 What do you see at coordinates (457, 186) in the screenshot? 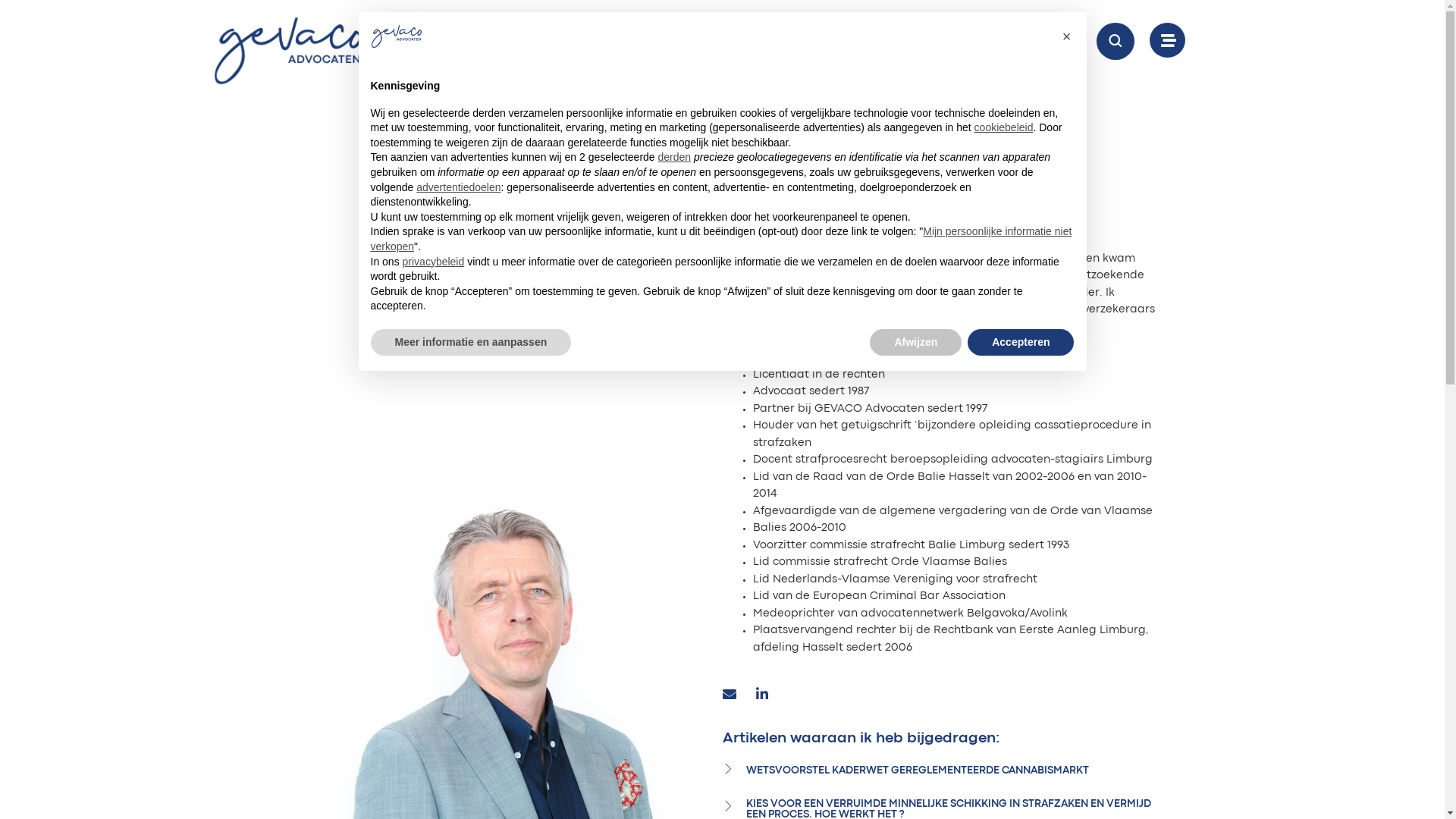
I see `'advertentiedoelen'` at bounding box center [457, 186].